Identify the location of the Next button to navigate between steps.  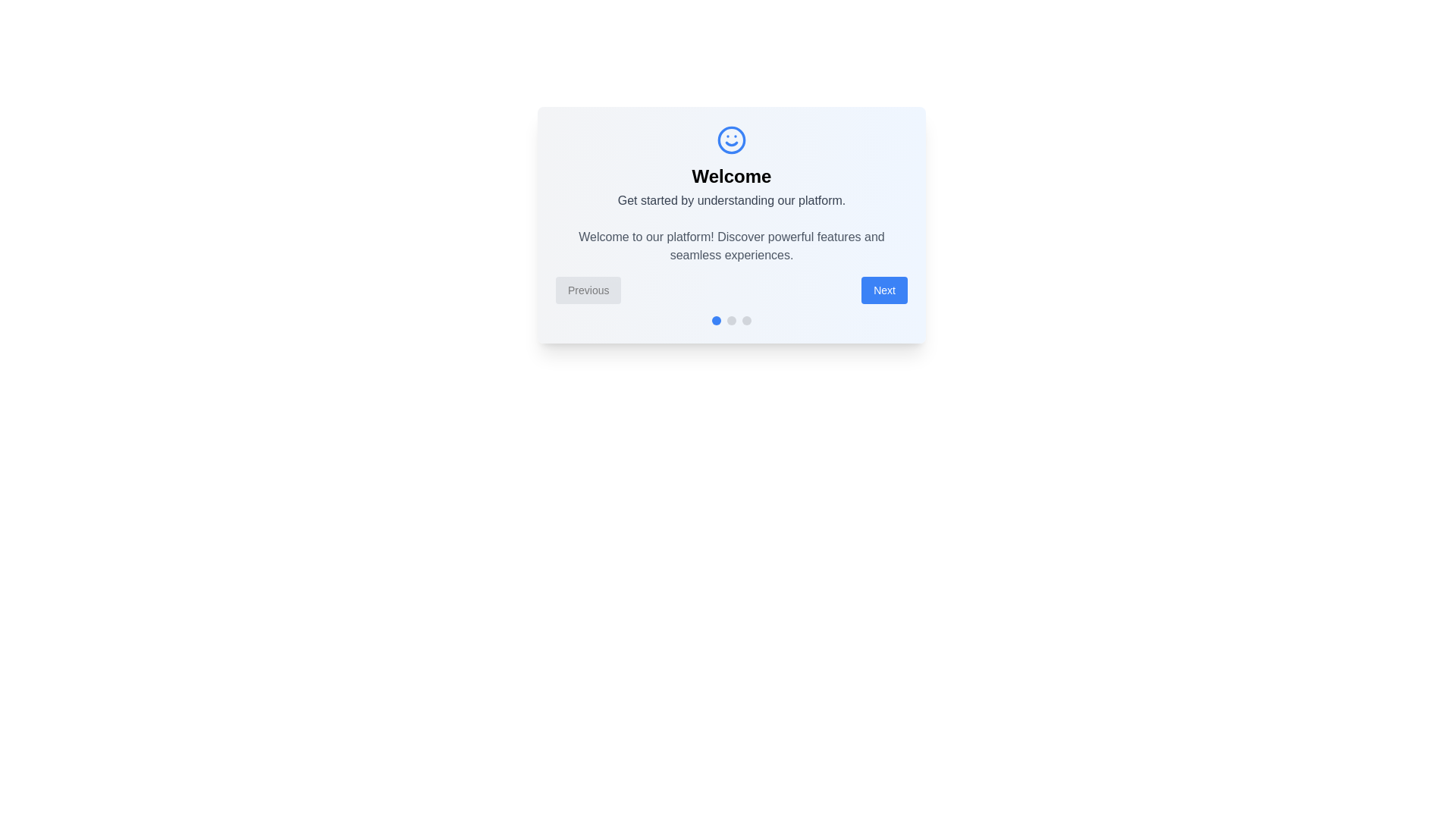
(884, 290).